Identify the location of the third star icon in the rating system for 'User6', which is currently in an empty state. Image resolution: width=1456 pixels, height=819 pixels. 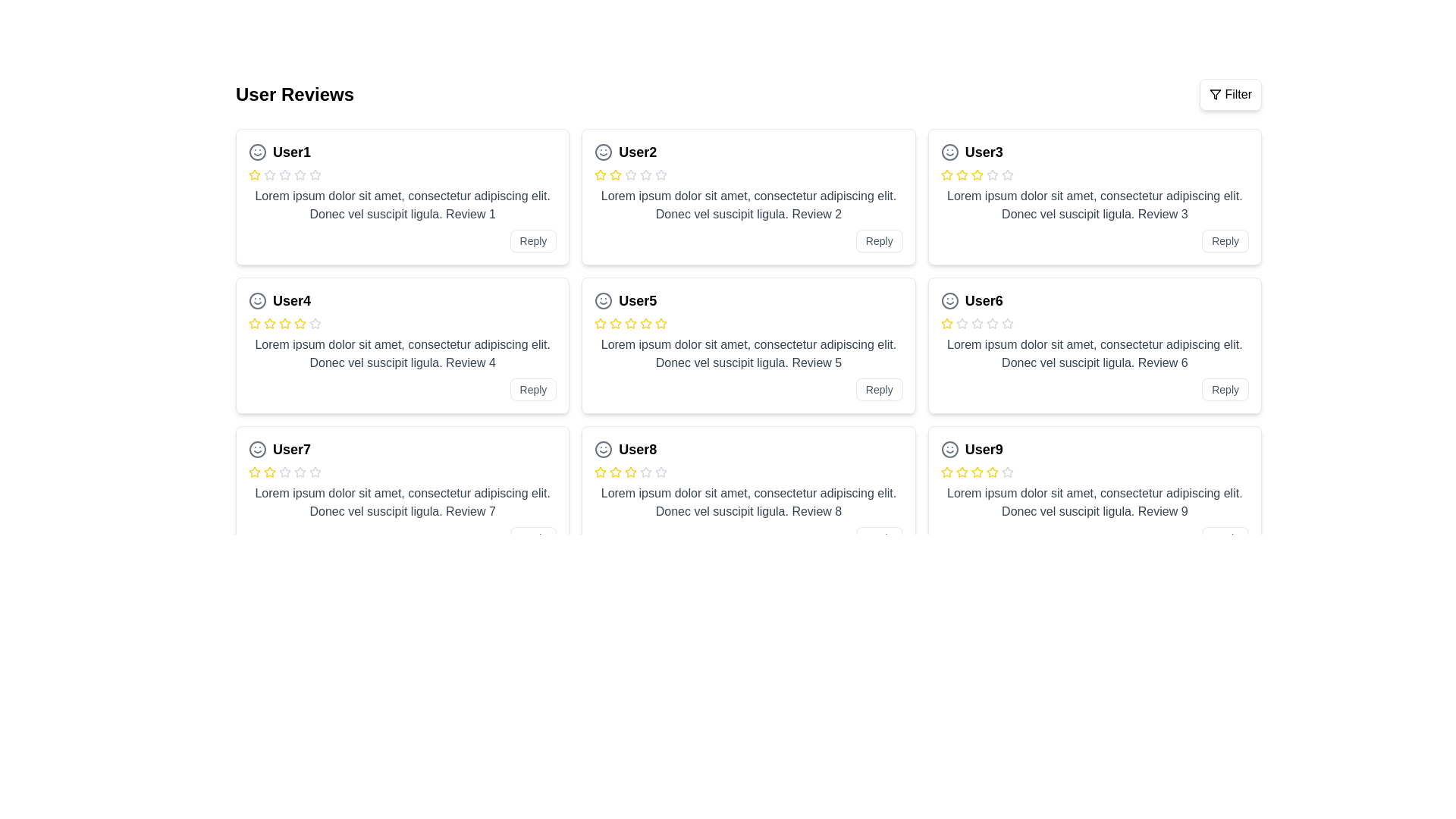
(961, 323).